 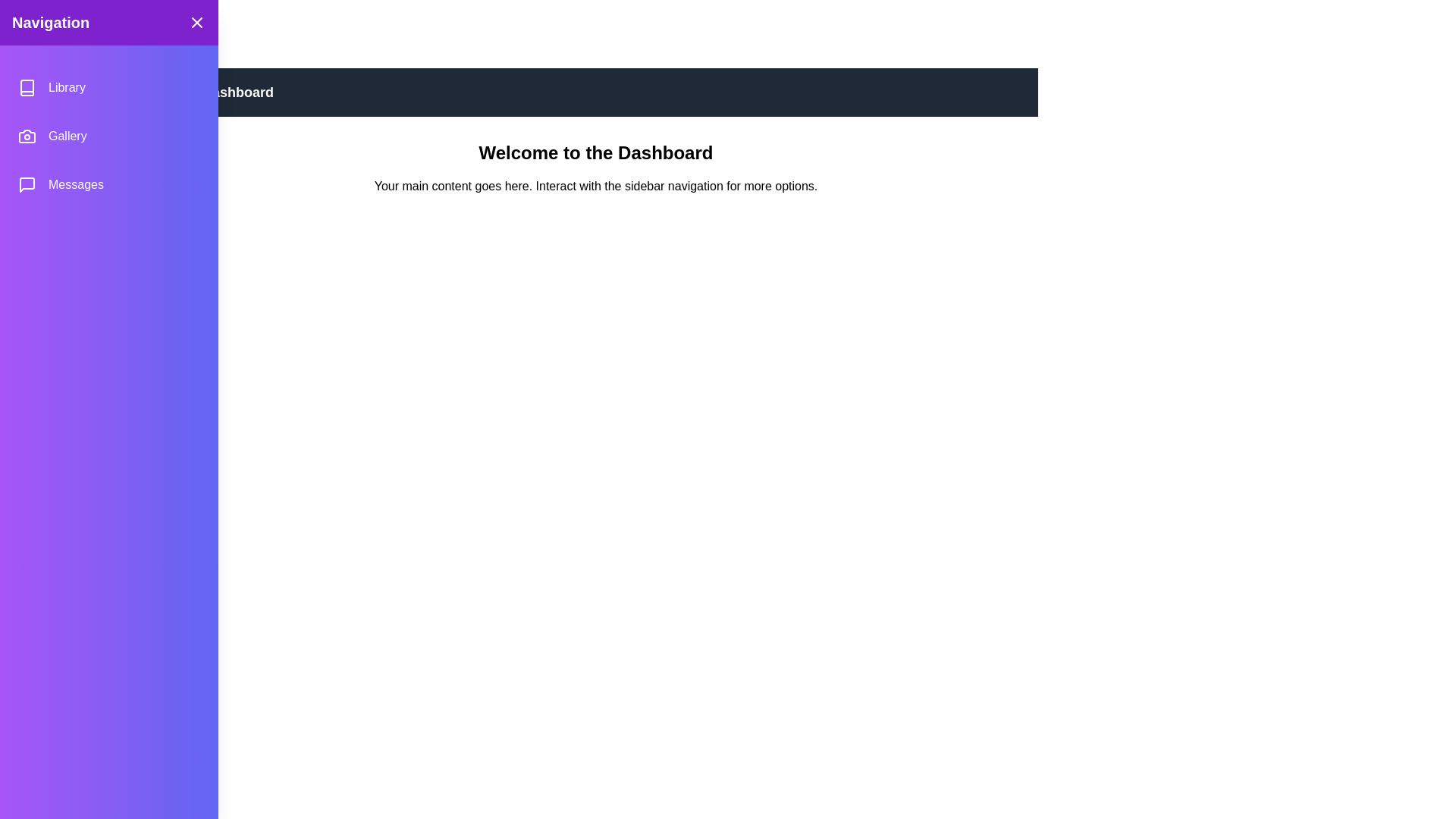 What do you see at coordinates (27, 184) in the screenshot?
I see `the speech bubble icon in the Messages section of the side navigation bar, which is styled in an outlined fashion and is located beneath the Gallery item` at bounding box center [27, 184].